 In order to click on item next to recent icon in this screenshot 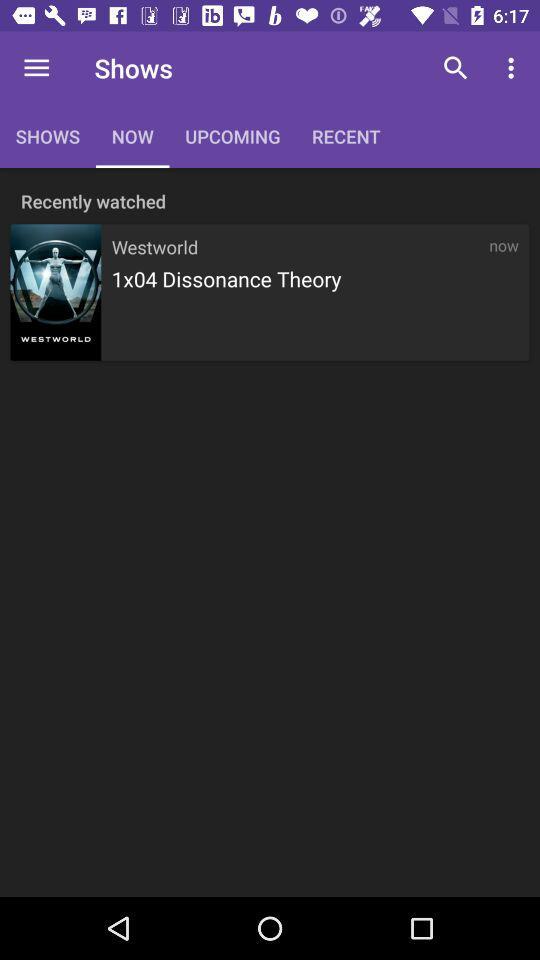, I will do `click(455, 68)`.